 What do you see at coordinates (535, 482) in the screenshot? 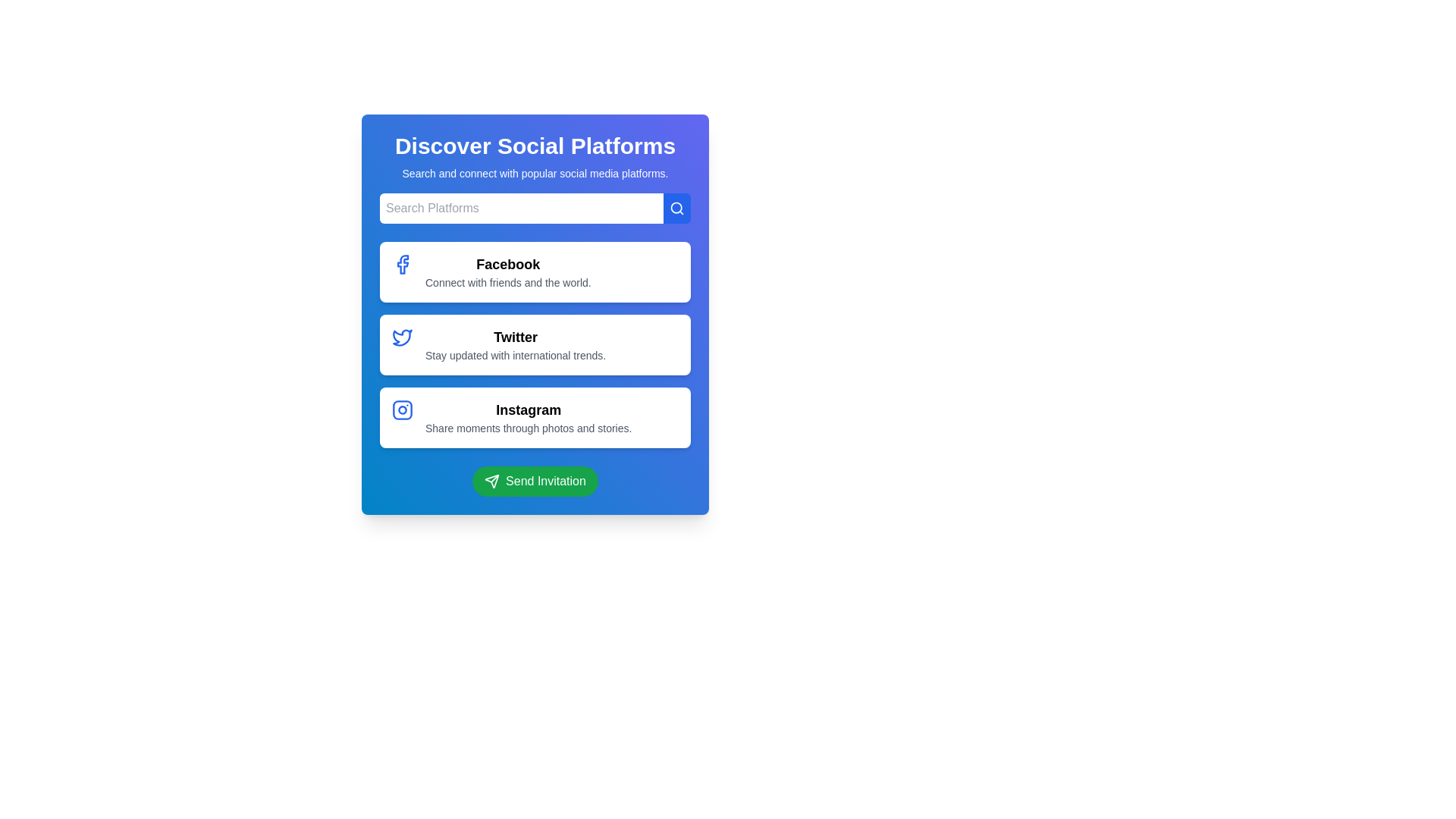
I see `the button located at the bottom of the 'Discover Social Platforms' card` at bounding box center [535, 482].